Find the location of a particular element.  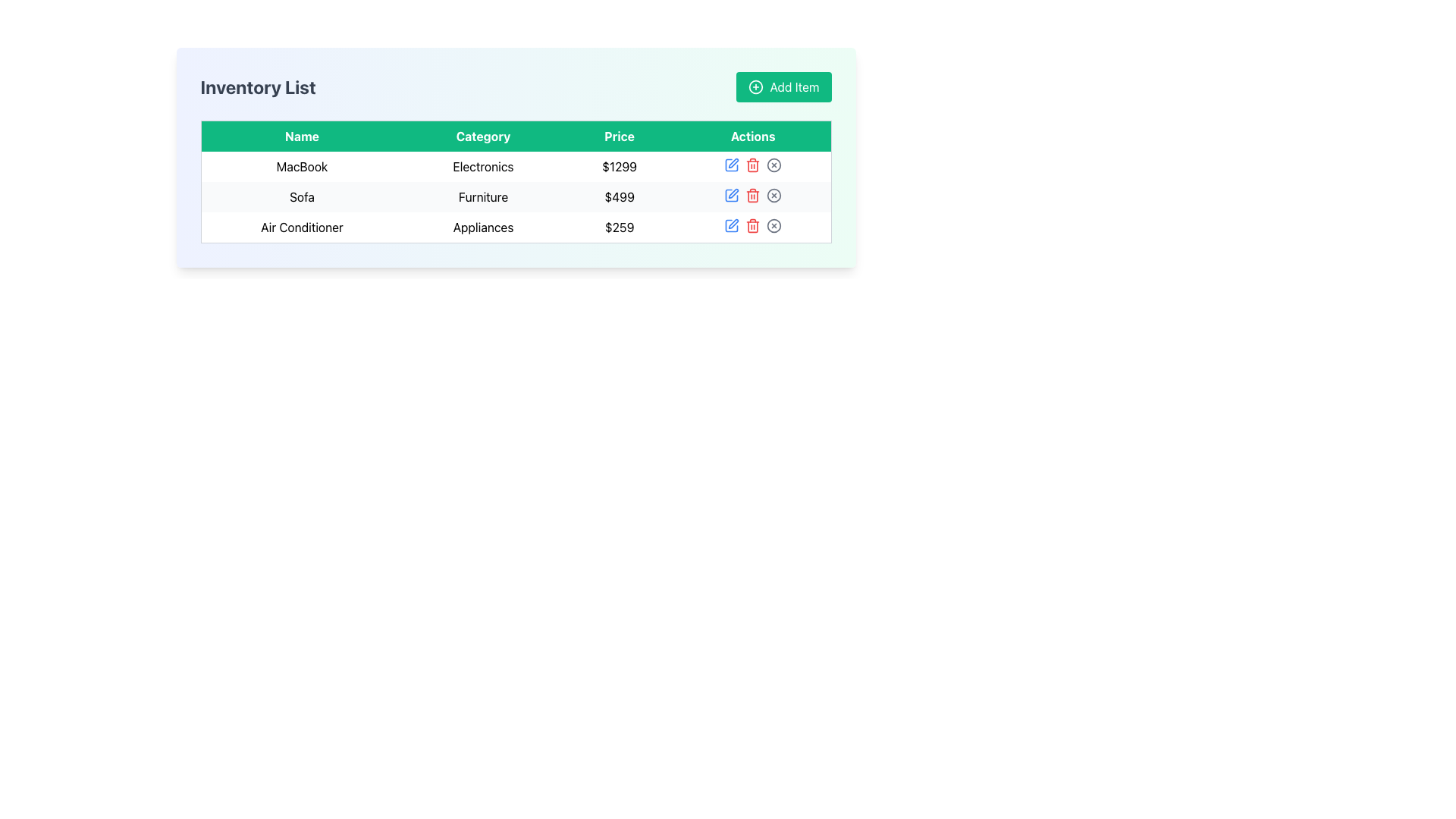

the group of interactive icons located in the right column of the 'Actions' section, within the second row labelled 'Furniture' in the table is located at coordinates (753, 195).